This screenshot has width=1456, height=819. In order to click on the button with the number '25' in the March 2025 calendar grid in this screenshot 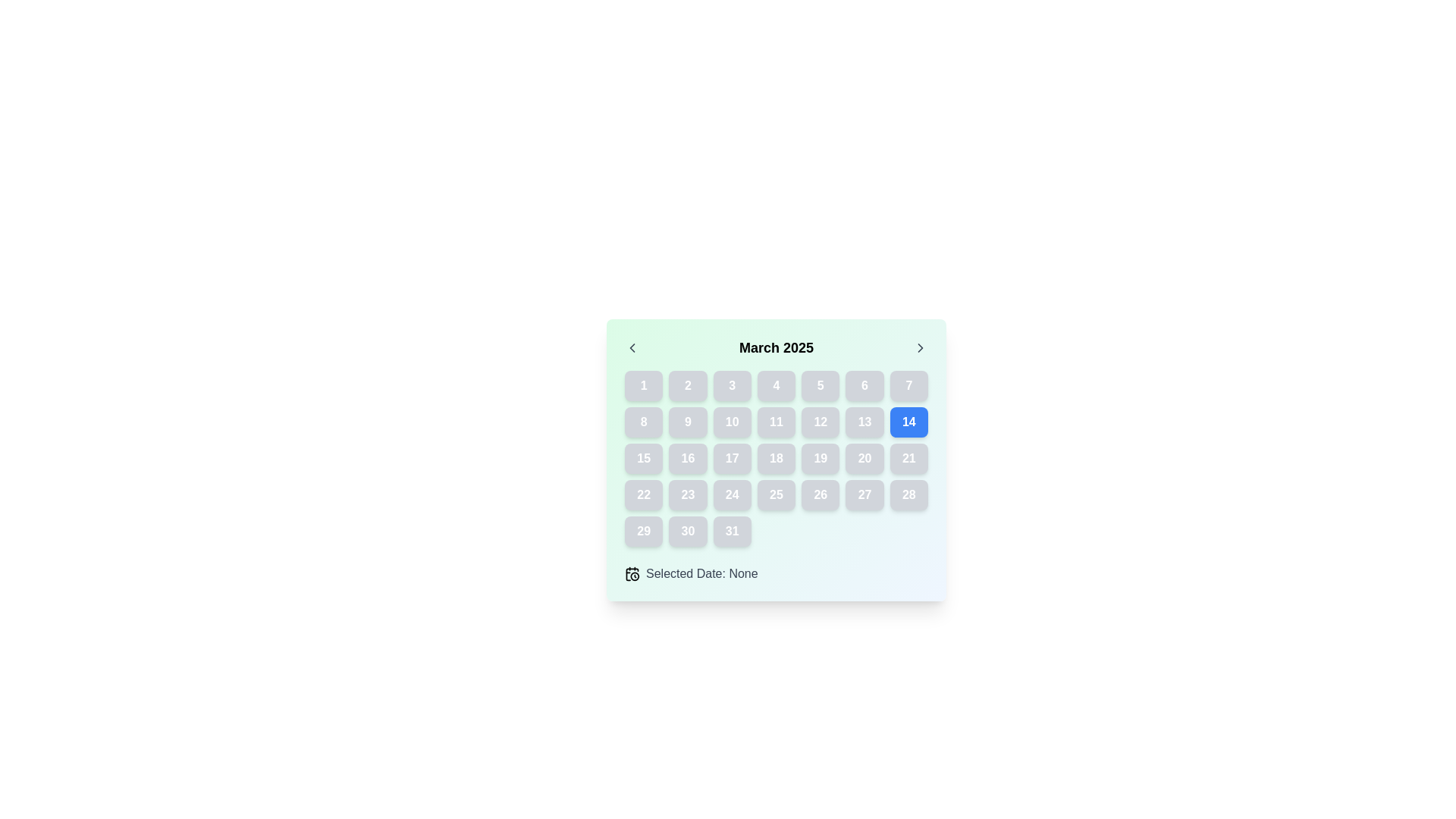, I will do `click(776, 494)`.